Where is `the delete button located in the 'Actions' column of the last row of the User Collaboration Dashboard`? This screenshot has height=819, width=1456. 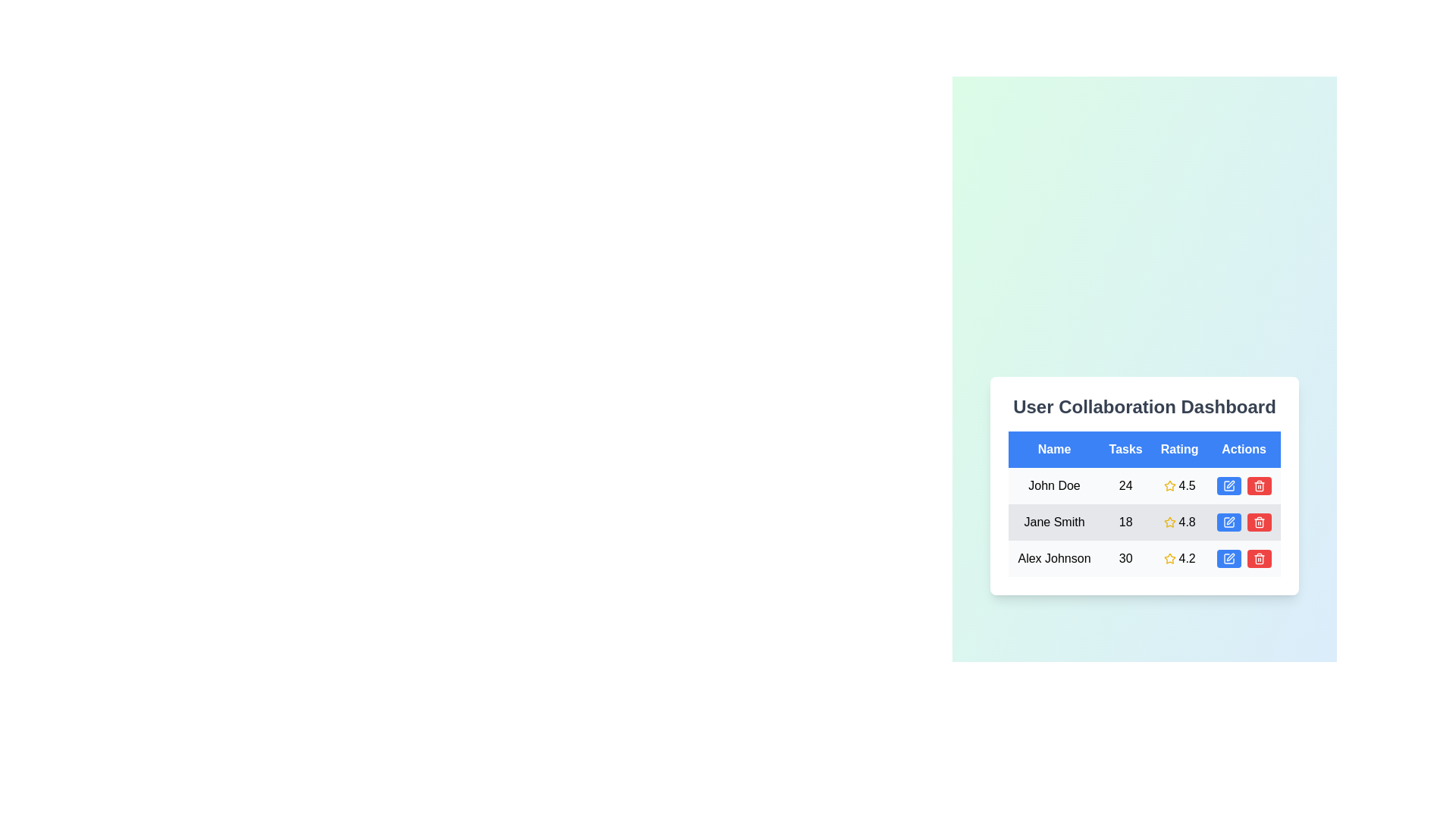 the delete button located in the 'Actions' column of the last row of the User Collaboration Dashboard is located at coordinates (1259, 558).